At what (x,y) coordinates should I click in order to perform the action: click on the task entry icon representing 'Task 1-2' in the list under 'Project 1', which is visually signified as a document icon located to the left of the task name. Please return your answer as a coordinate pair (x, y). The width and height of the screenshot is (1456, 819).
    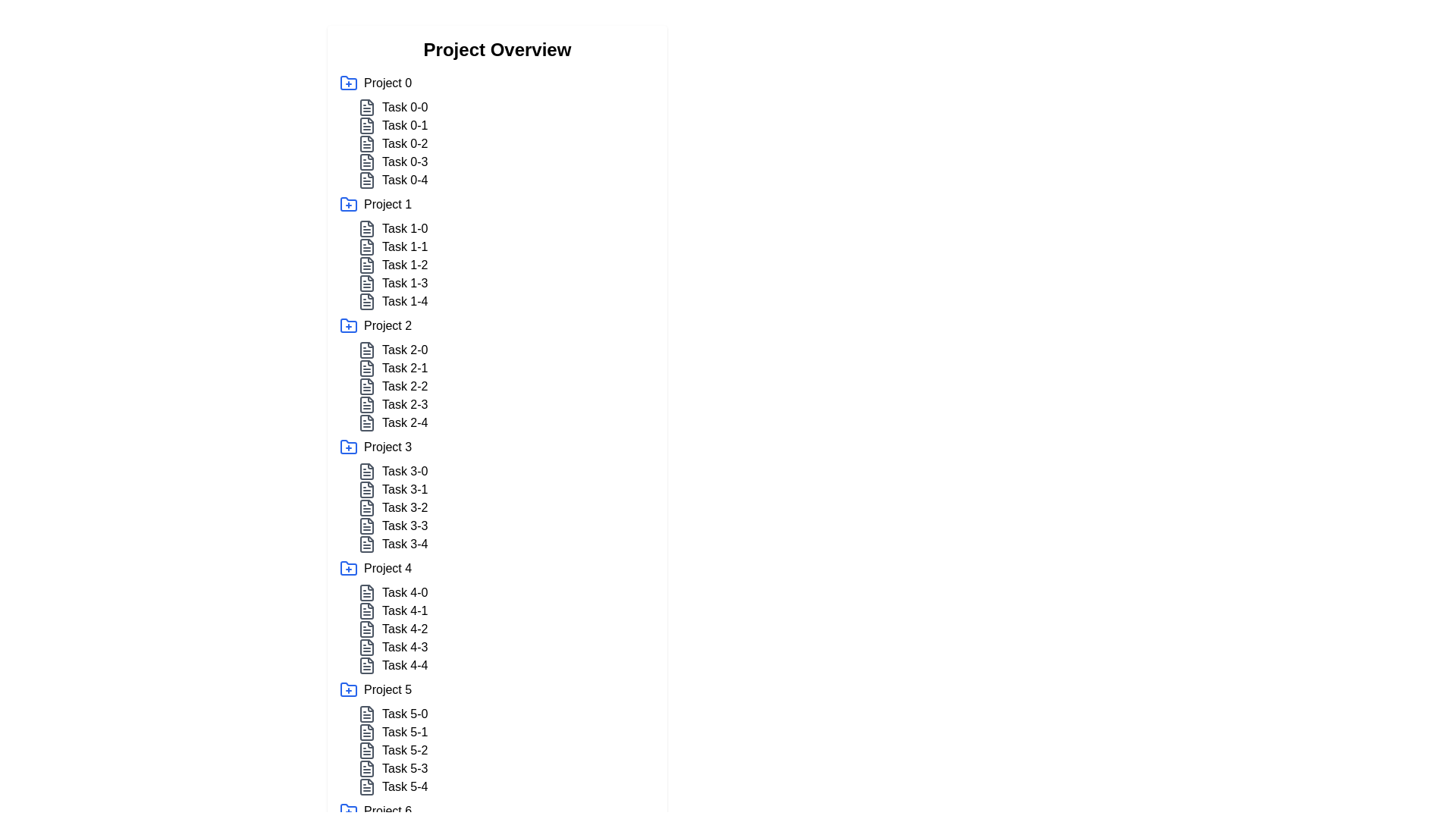
    Looking at the image, I should click on (367, 265).